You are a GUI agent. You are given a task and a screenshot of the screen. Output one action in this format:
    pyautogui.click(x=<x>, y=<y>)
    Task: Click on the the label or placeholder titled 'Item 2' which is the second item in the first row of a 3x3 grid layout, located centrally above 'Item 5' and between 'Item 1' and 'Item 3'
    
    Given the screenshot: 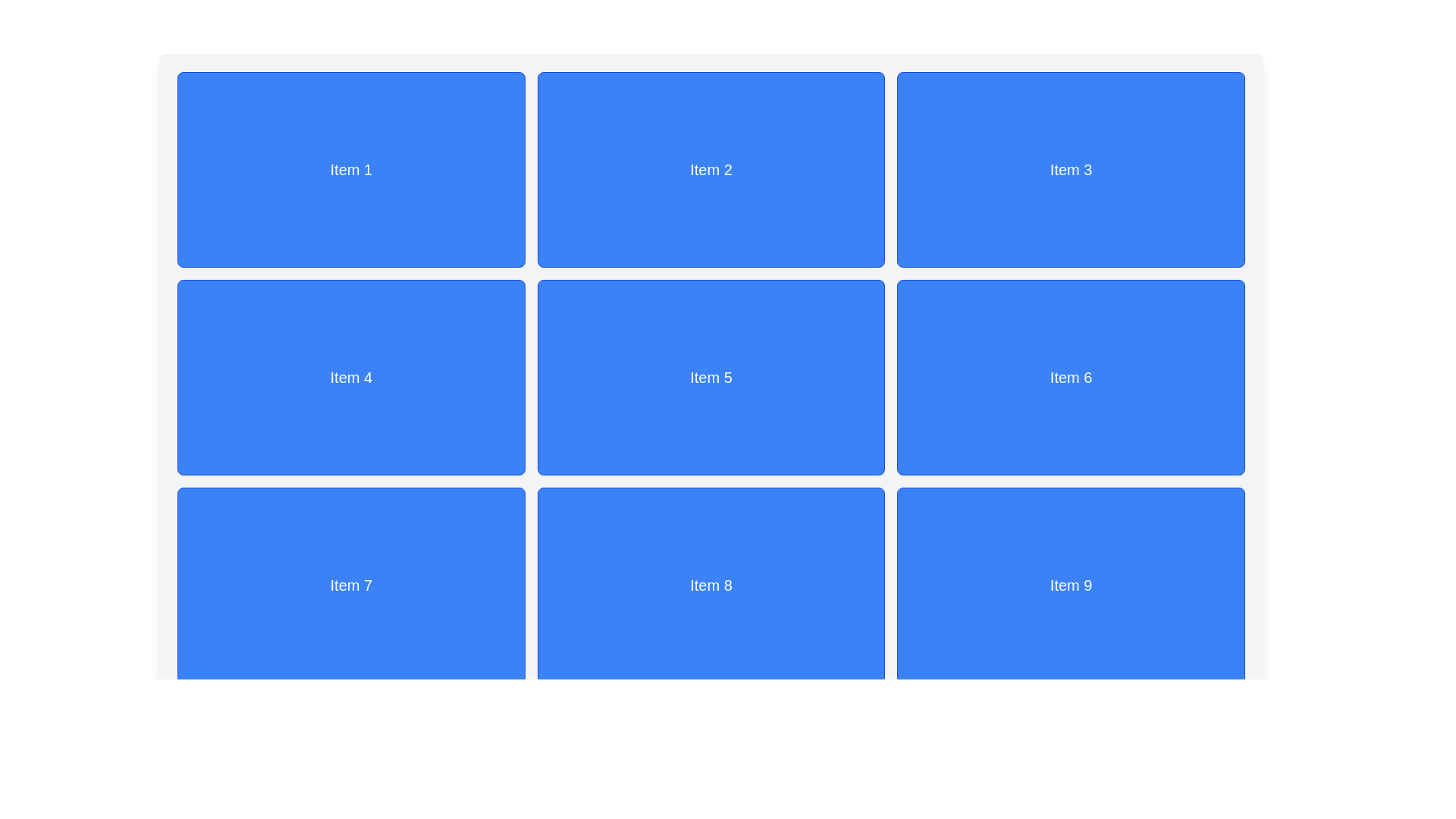 What is the action you would take?
    pyautogui.click(x=710, y=169)
    